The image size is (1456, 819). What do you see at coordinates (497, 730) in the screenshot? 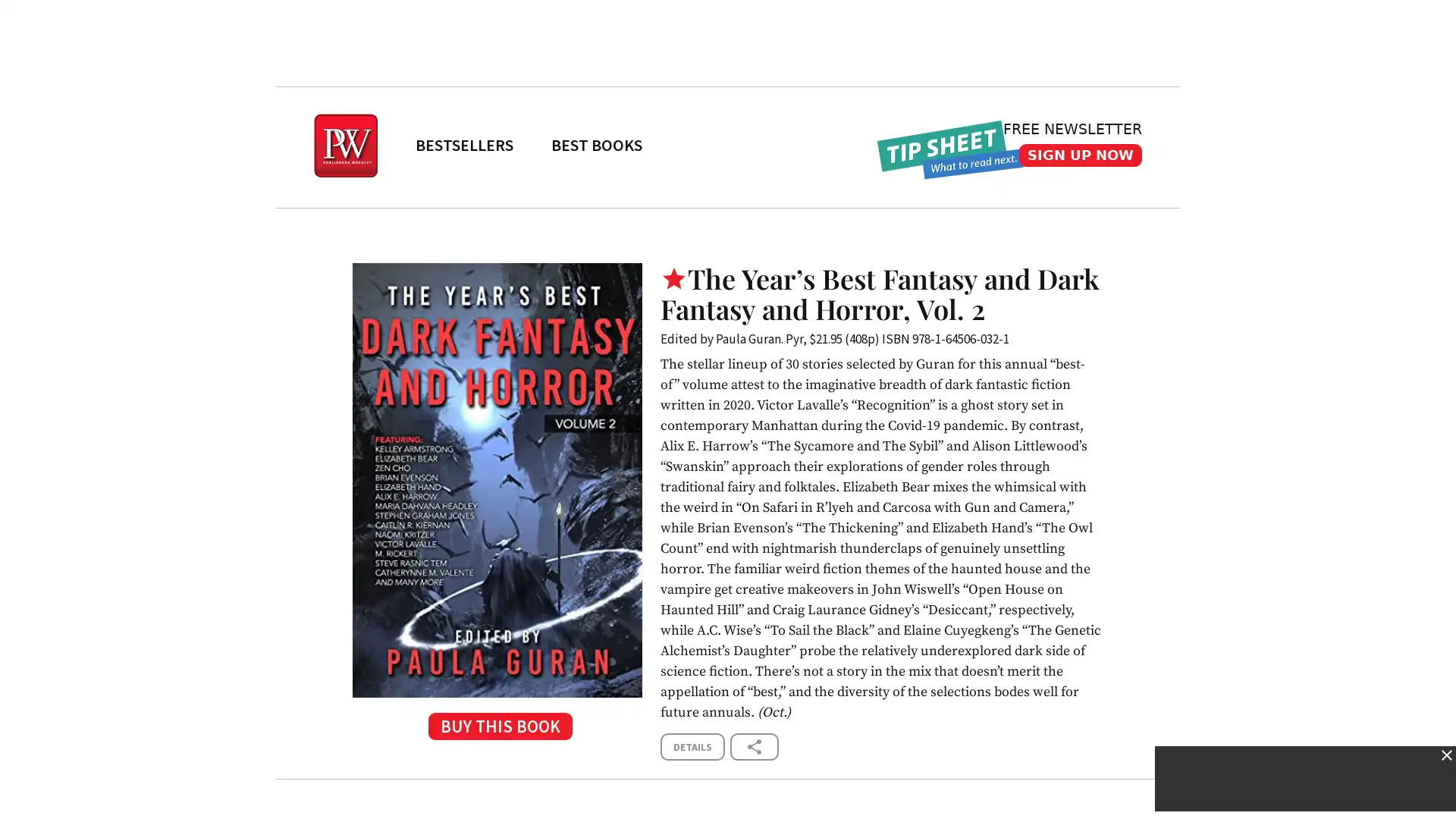
I see `BUY THIS BOOK` at bounding box center [497, 730].